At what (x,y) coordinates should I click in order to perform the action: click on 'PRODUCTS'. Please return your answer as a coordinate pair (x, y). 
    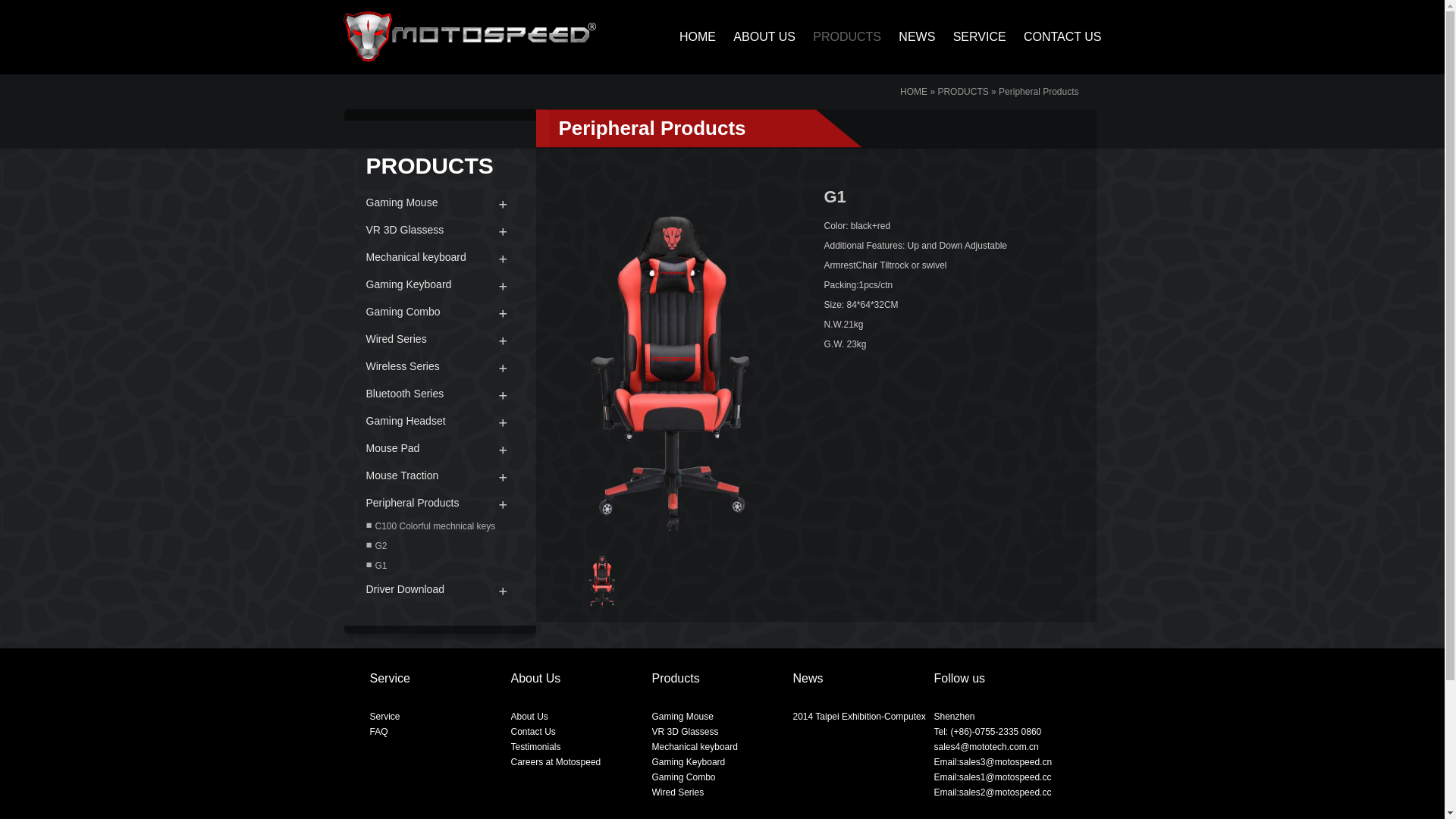
    Looking at the image, I should click on (937, 91).